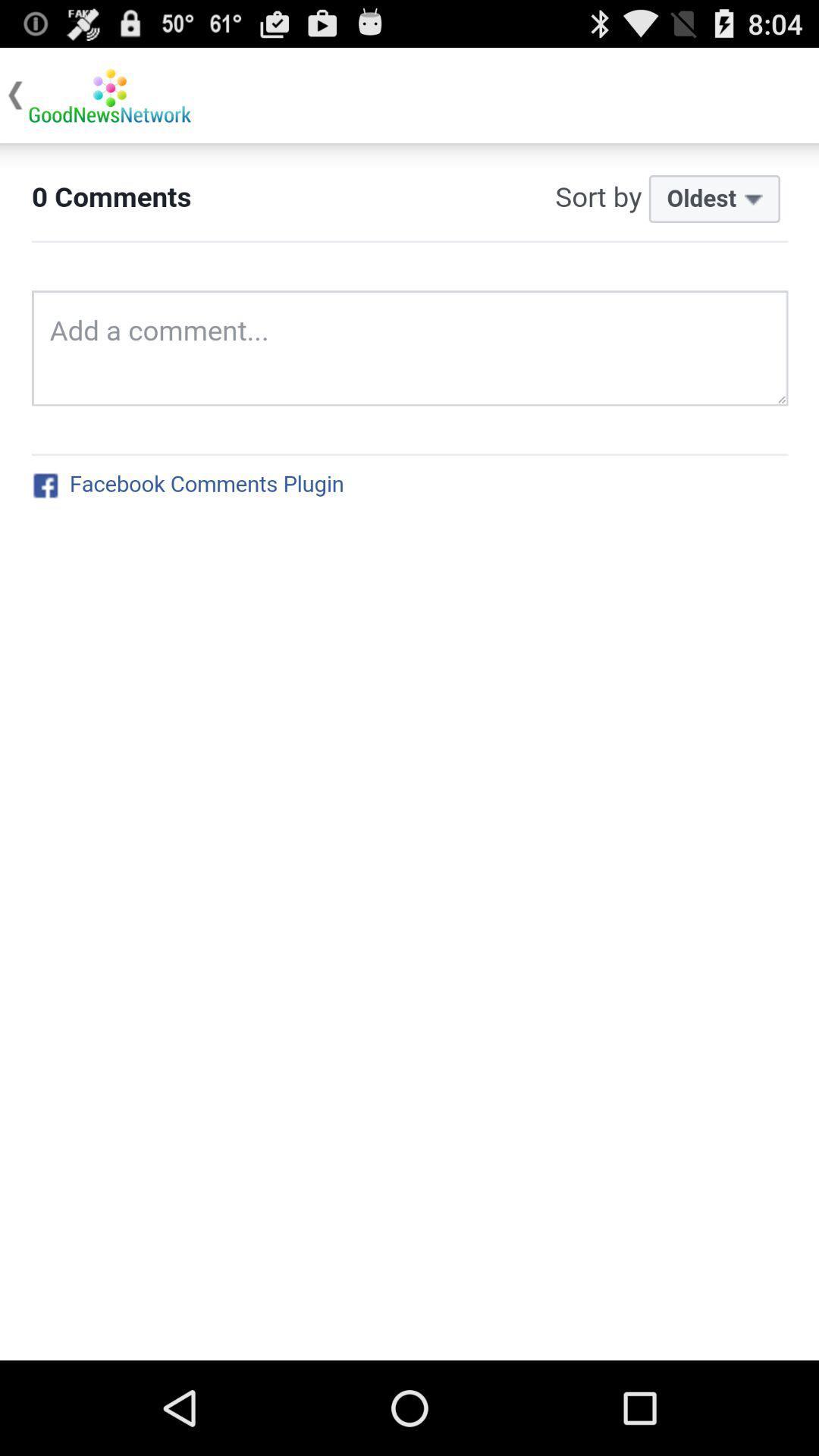  What do you see at coordinates (409, 752) in the screenshot?
I see `descrtiption` at bounding box center [409, 752].